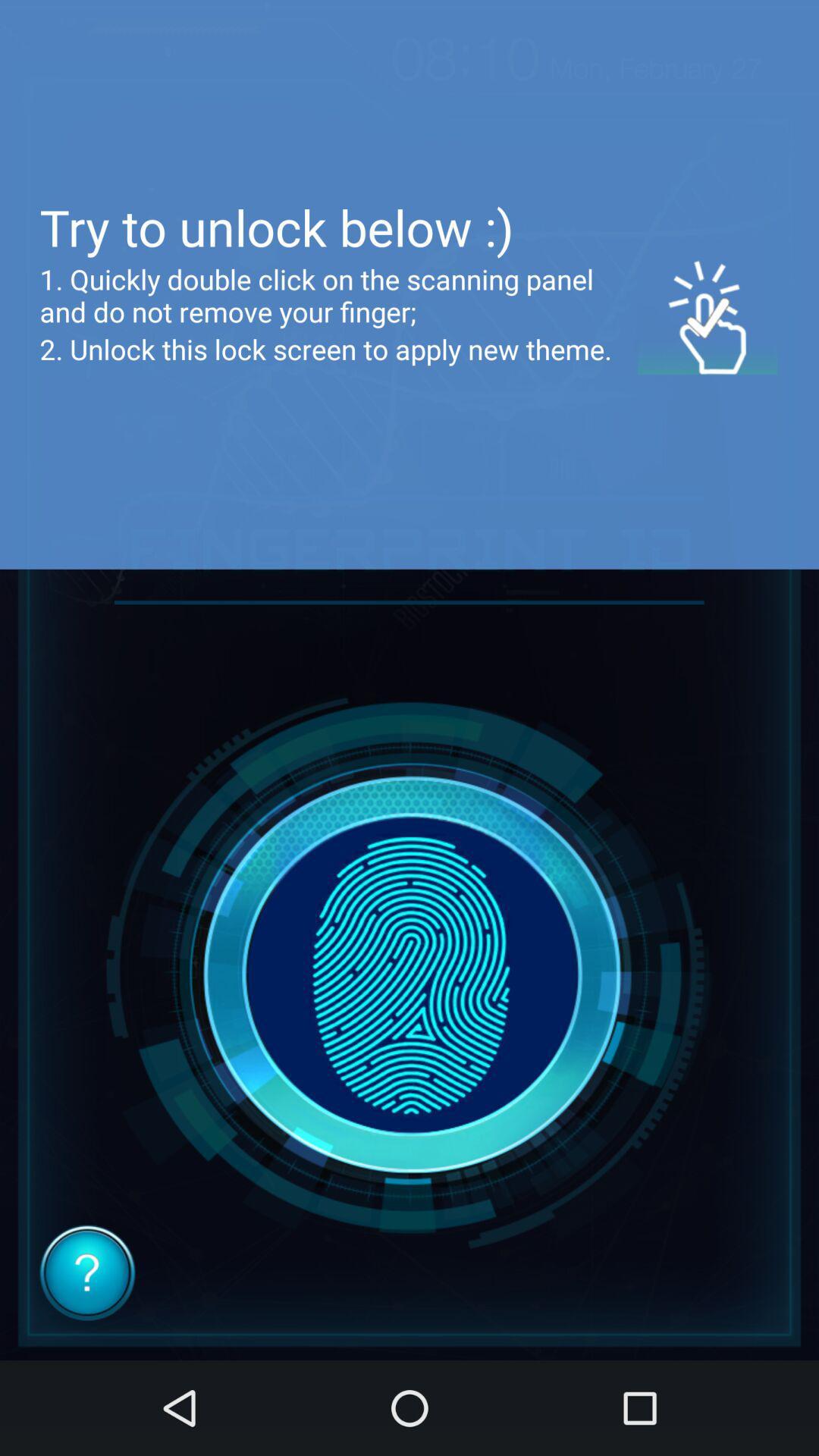 Image resolution: width=819 pixels, height=1456 pixels. Describe the element at coordinates (87, 1272) in the screenshot. I see `the help icon` at that location.